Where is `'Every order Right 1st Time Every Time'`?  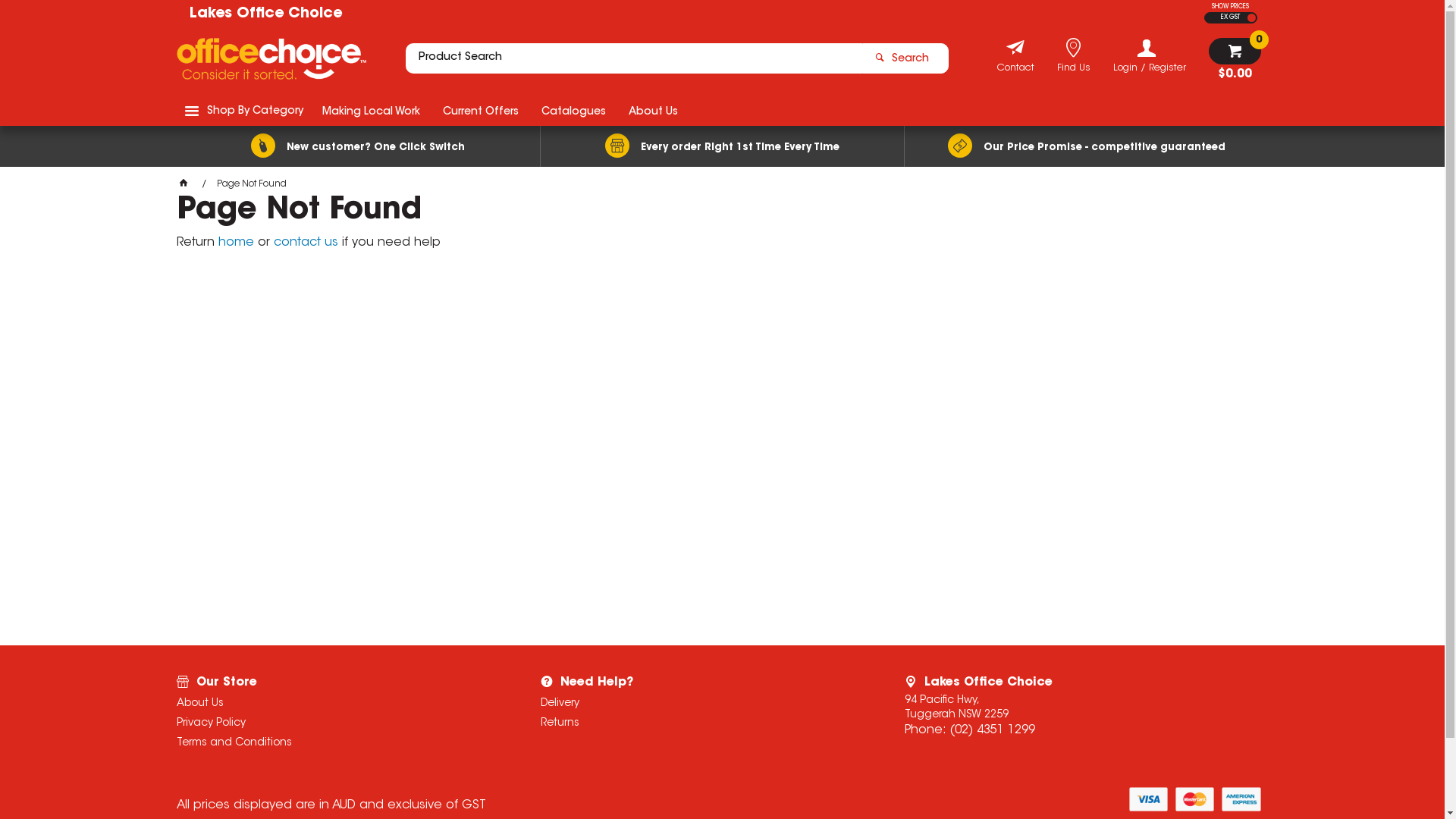 'Every order Right 1st Time Every Time' is located at coordinates (720, 146).